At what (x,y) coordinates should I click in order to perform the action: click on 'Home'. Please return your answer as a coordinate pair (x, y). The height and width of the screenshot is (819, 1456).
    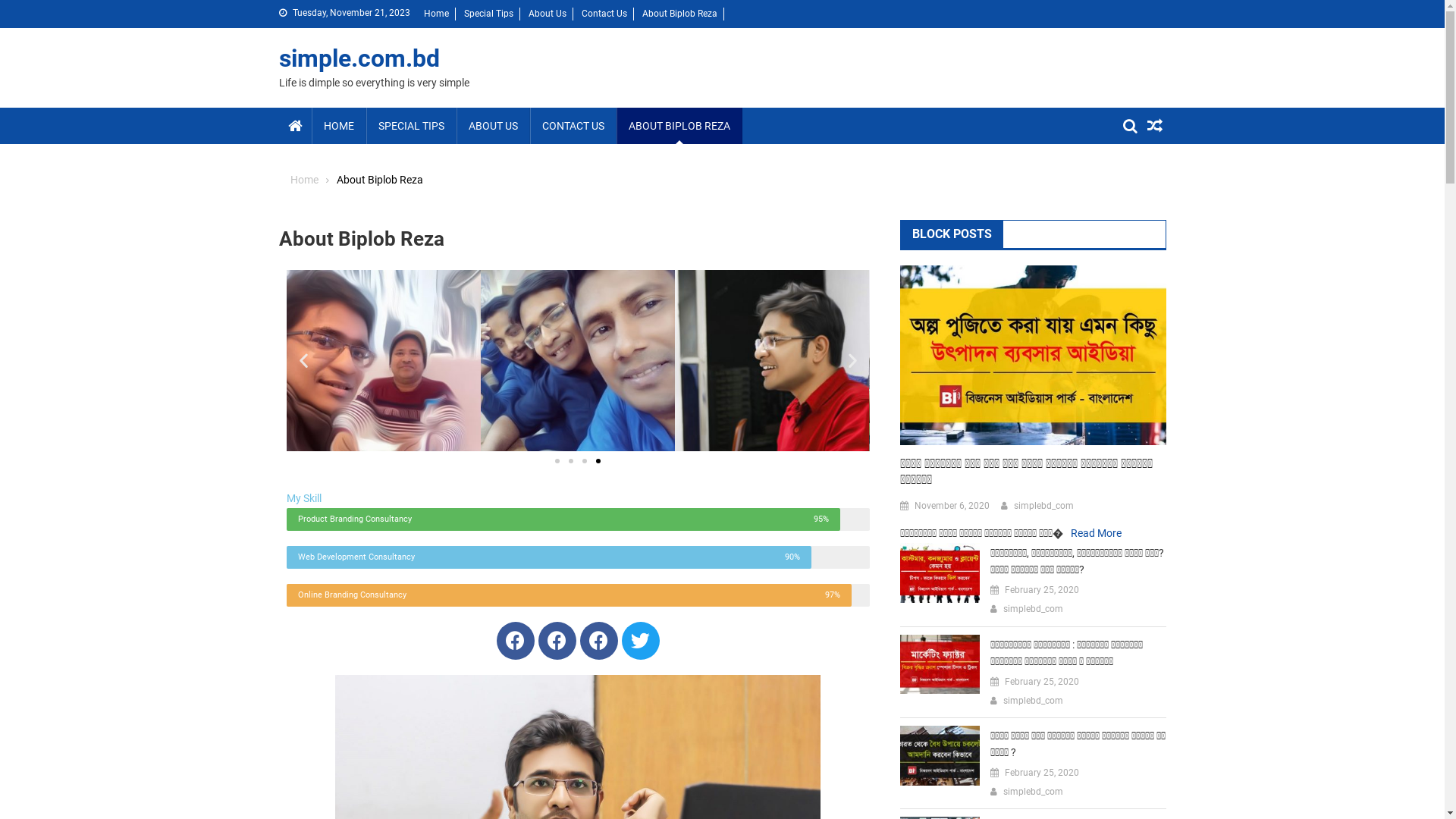
    Looking at the image, I should click on (435, 14).